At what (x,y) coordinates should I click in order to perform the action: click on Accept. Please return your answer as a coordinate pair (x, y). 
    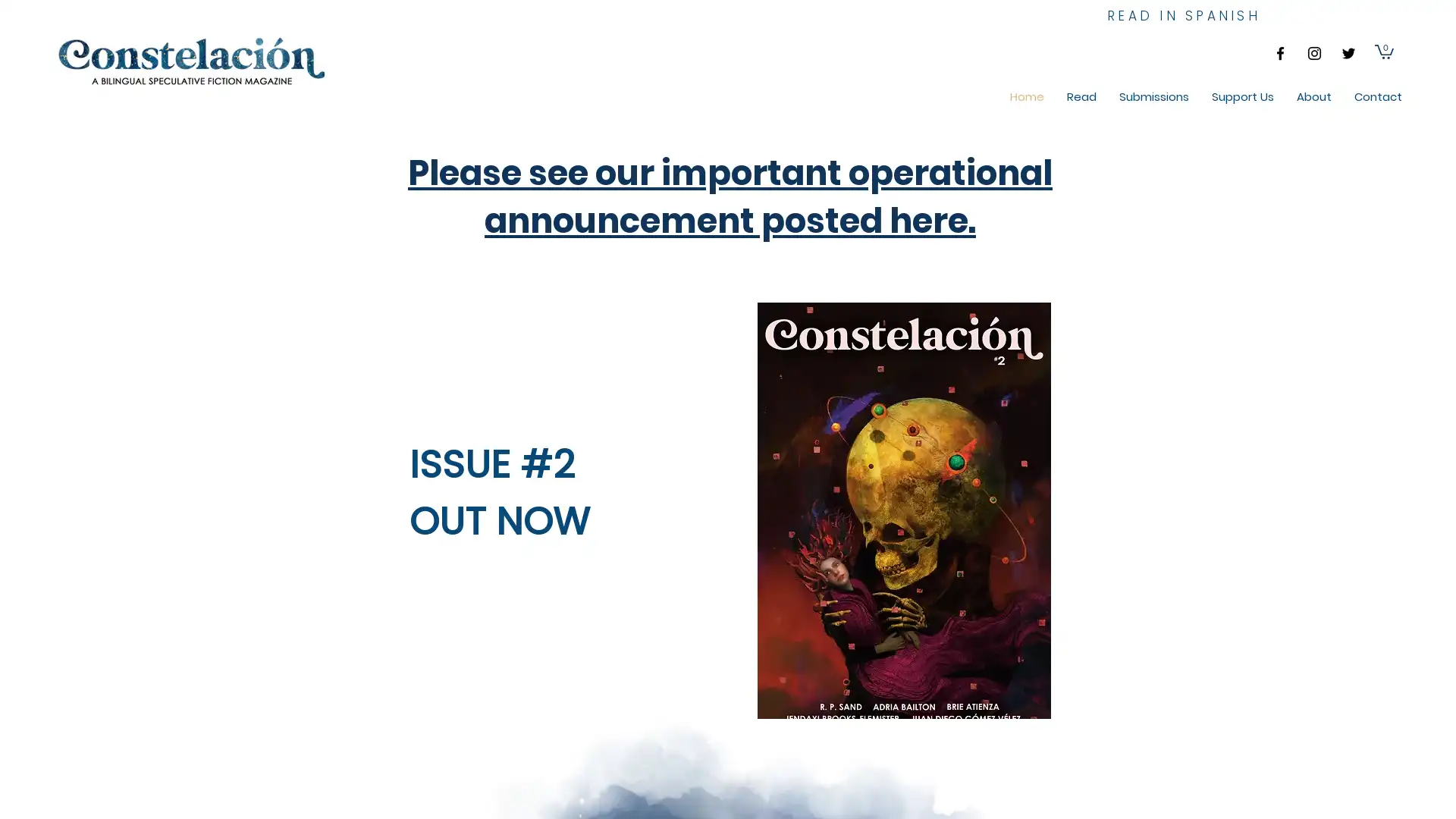
    Looking at the image, I should click on (1388, 792).